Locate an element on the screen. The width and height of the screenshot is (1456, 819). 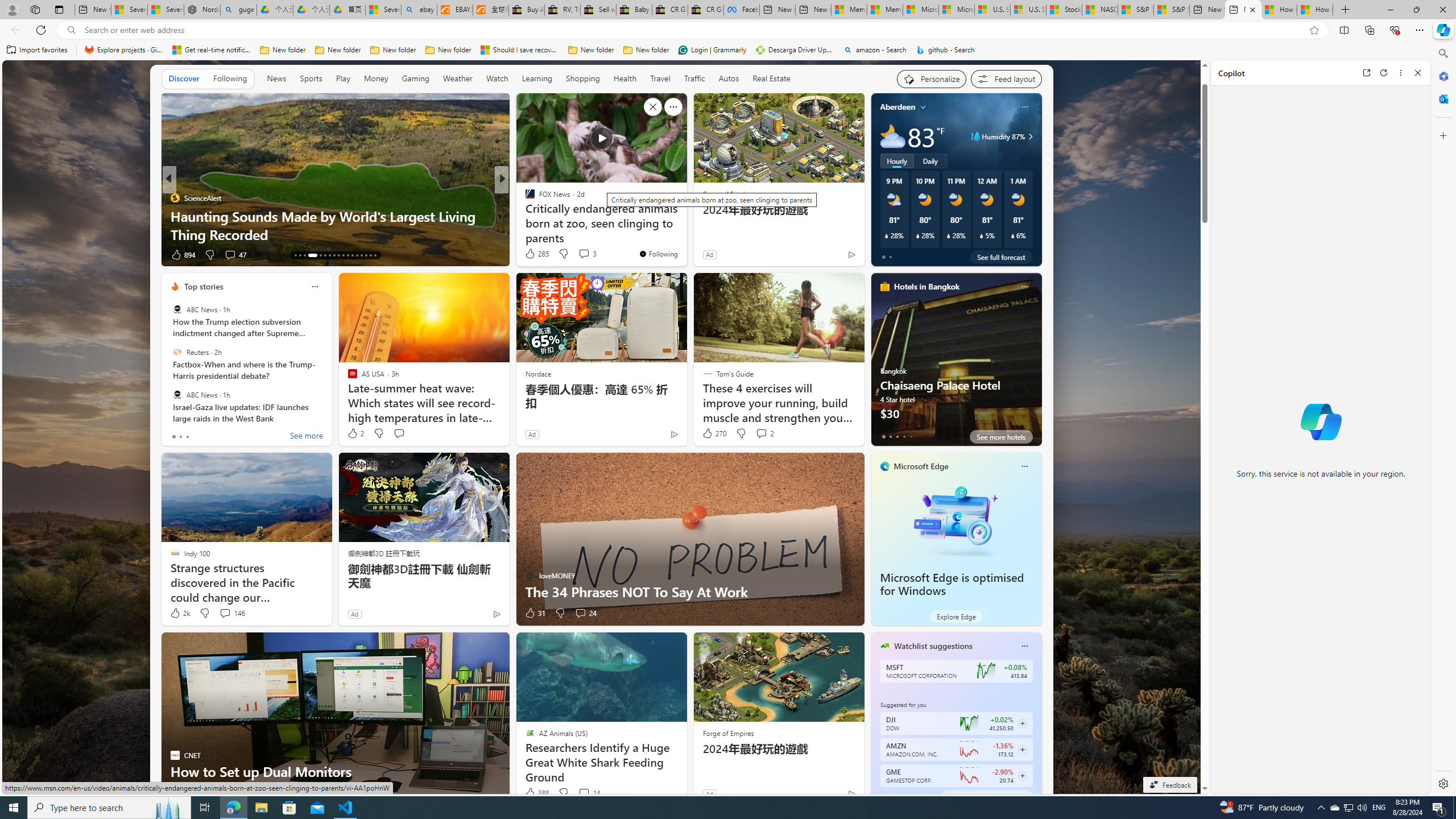
'Side bar' is located at coordinates (1443, 418).